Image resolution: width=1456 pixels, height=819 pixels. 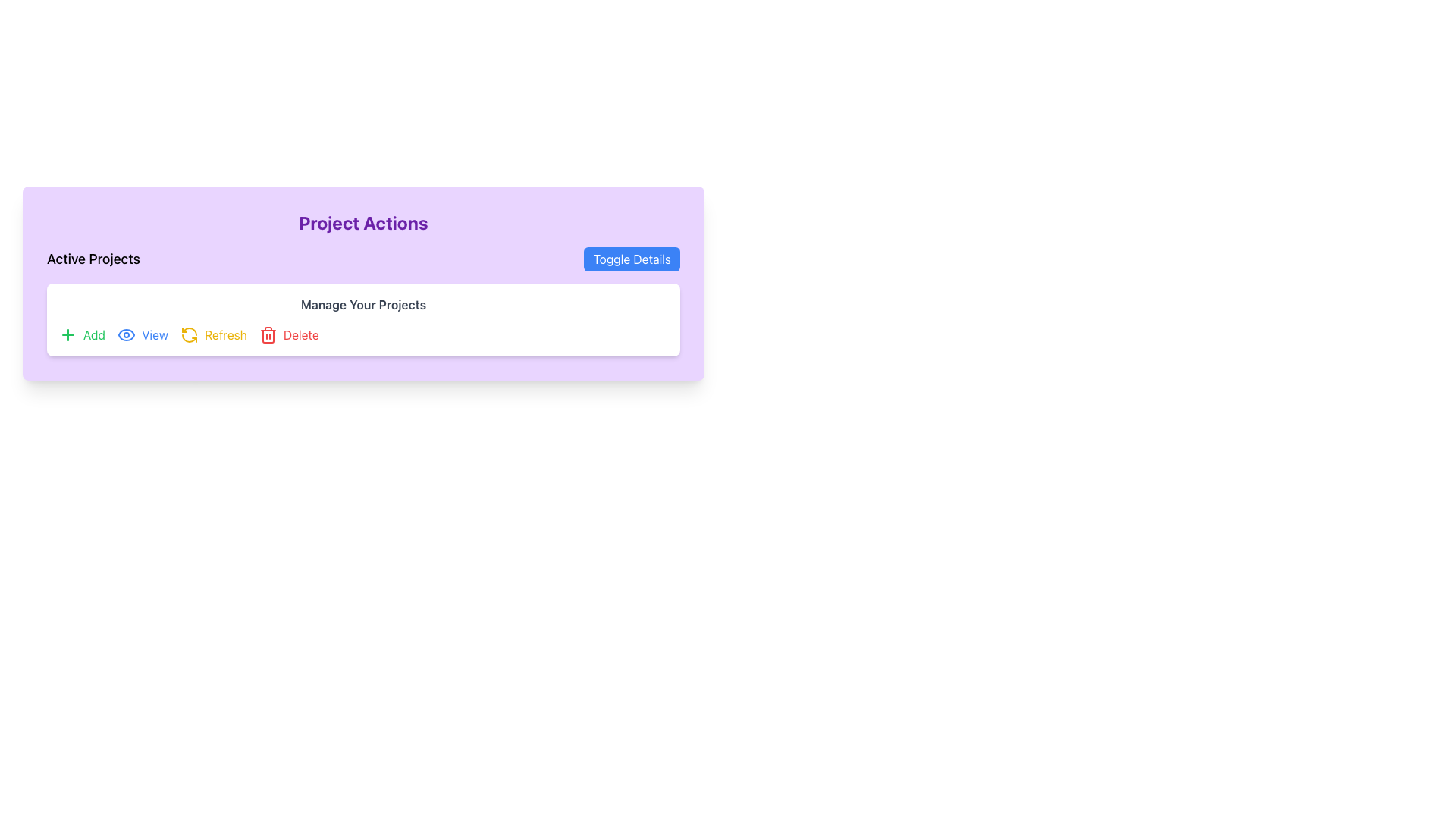 What do you see at coordinates (143, 334) in the screenshot?
I see `the button located in the 'Manage Your Projects' section that allows users` at bounding box center [143, 334].